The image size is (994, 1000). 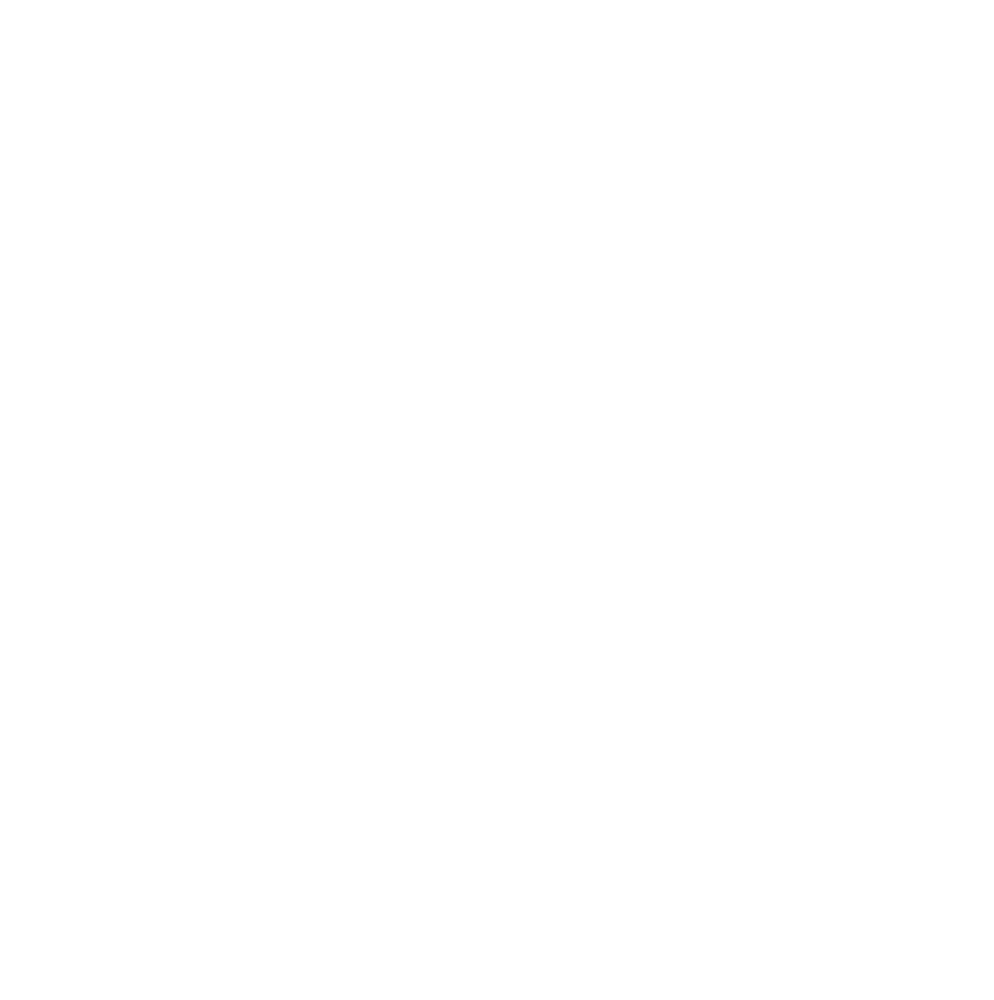 What do you see at coordinates (248, 69) in the screenshot?
I see `'Questi cookie sono essenziali per il corretto funzionamento del sito web. Senza questi cookie, il sito web non funzionerebbe correttamente'` at bounding box center [248, 69].